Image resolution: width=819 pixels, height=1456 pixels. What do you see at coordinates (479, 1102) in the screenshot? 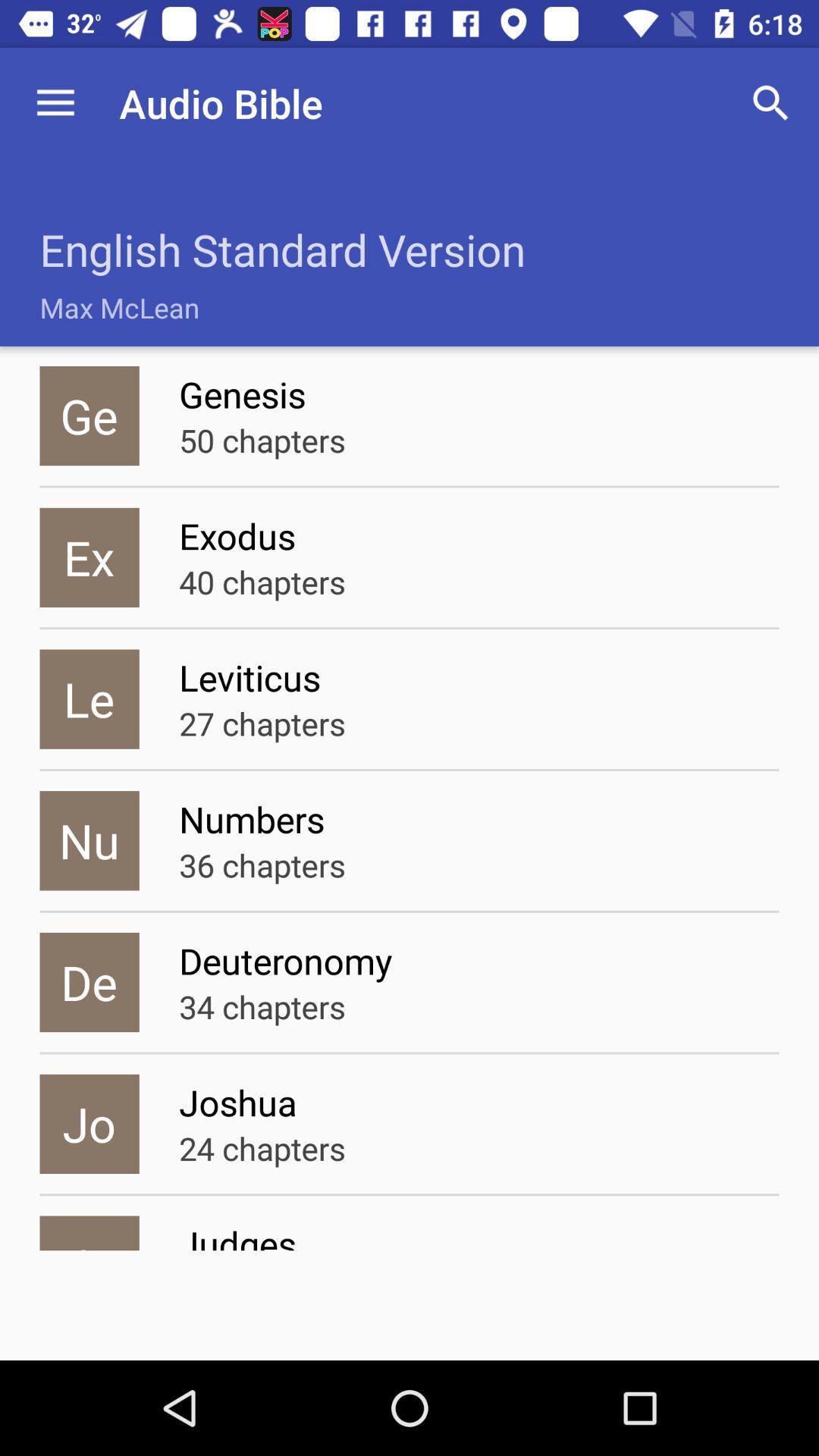
I see `joshua` at bounding box center [479, 1102].